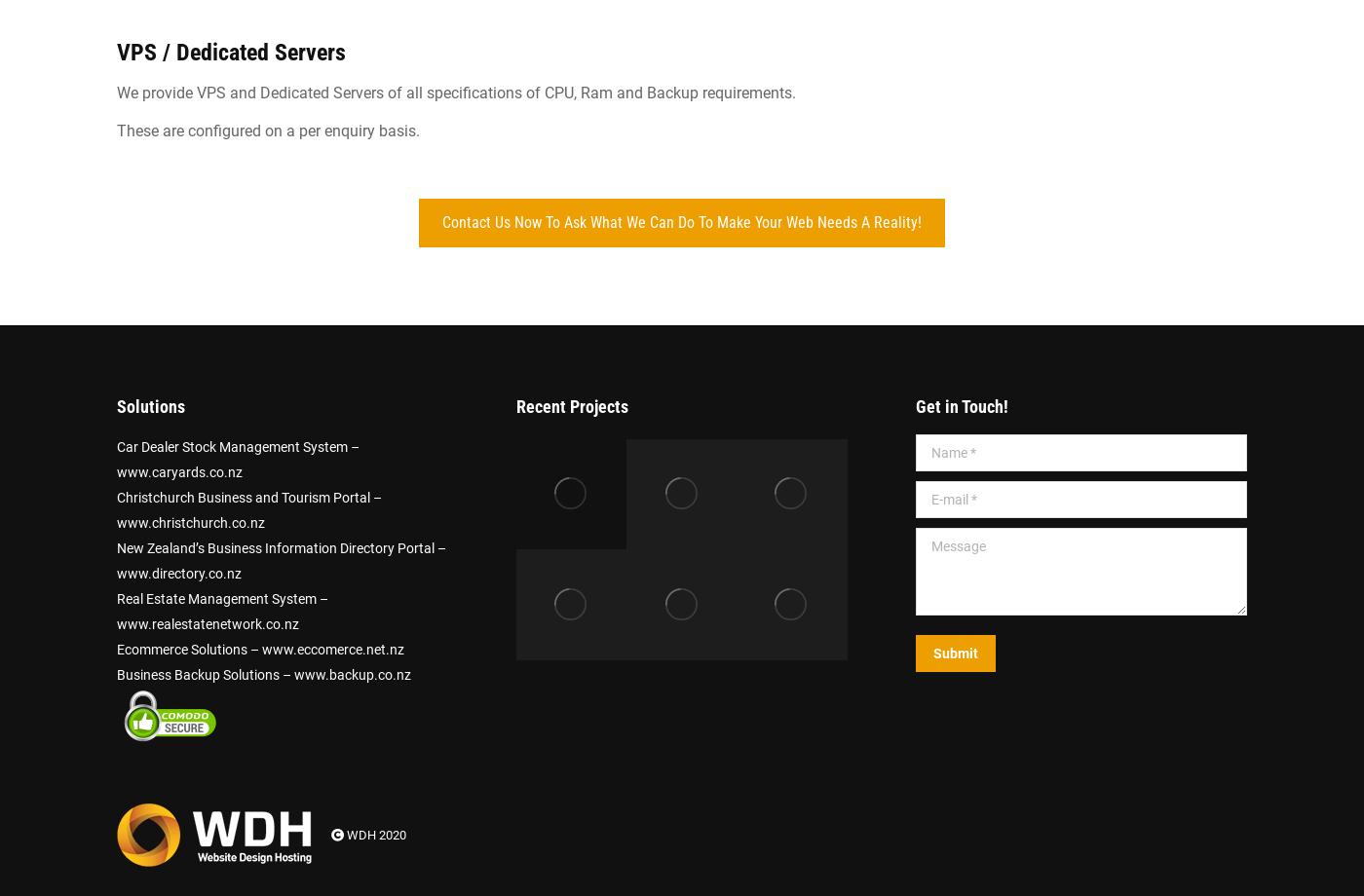 This screenshot has height=896, width=1364. What do you see at coordinates (231, 53) in the screenshot?
I see `'VPS / Dedicated Servers'` at bounding box center [231, 53].